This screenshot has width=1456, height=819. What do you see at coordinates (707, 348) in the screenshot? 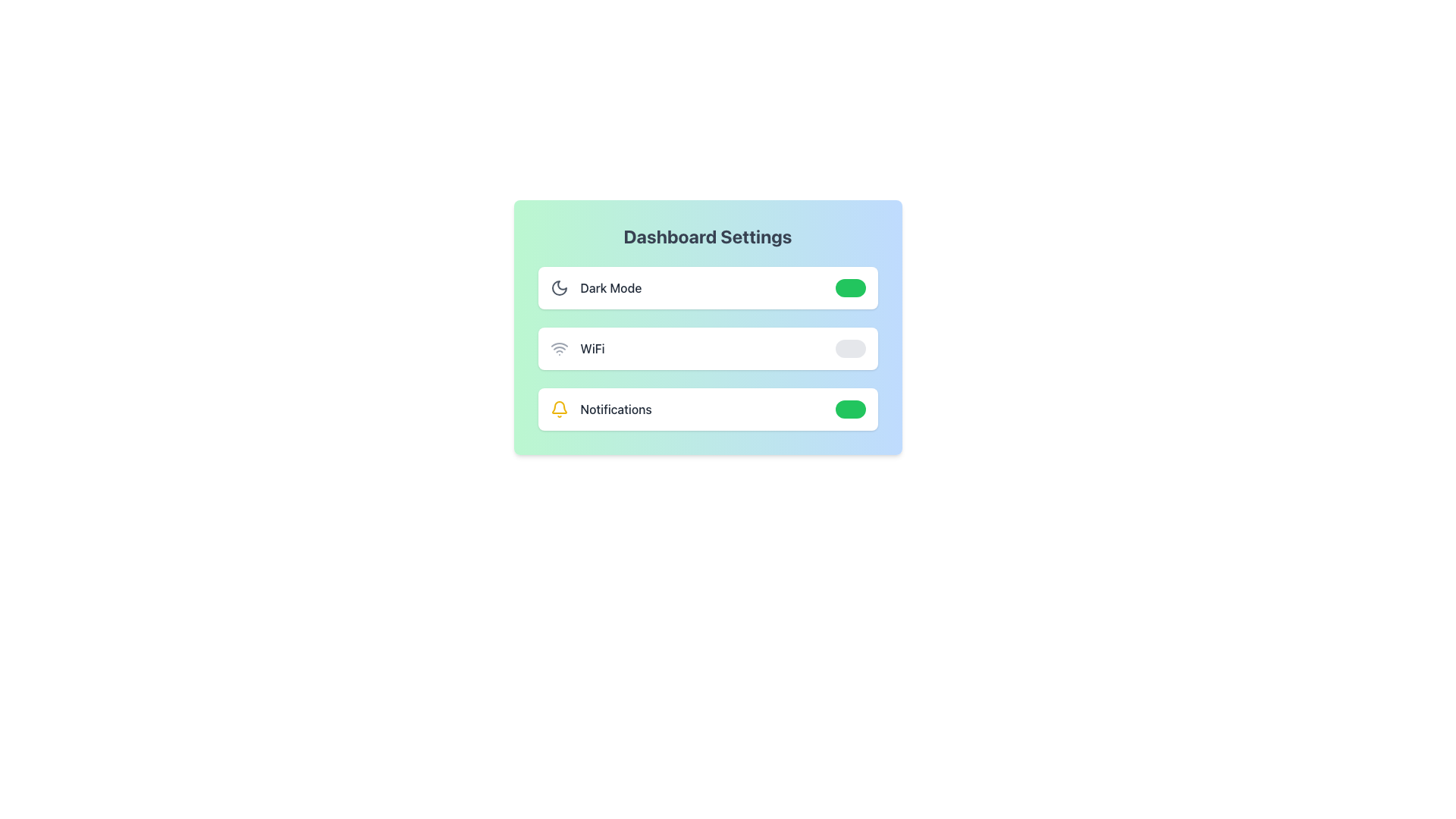
I see `the toggle switch in the Interactive control section labeled 'WiFi' to change its state` at bounding box center [707, 348].